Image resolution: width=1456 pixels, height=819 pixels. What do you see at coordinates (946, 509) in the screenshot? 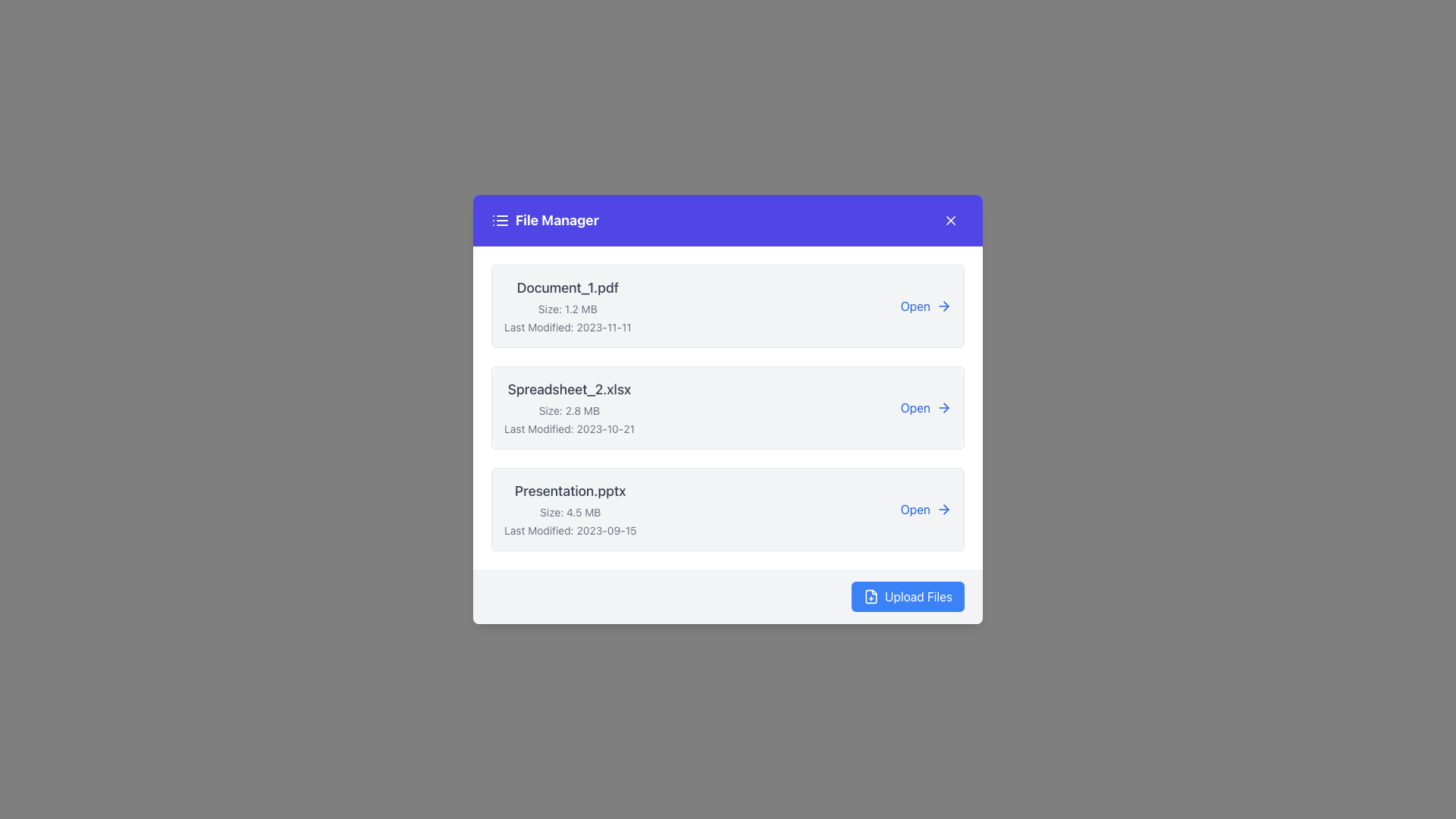
I see `the icon button located to the right of the 'Open' label for the last listed file entry 'Presentation.pptx'` at bounding box center [946, 509].